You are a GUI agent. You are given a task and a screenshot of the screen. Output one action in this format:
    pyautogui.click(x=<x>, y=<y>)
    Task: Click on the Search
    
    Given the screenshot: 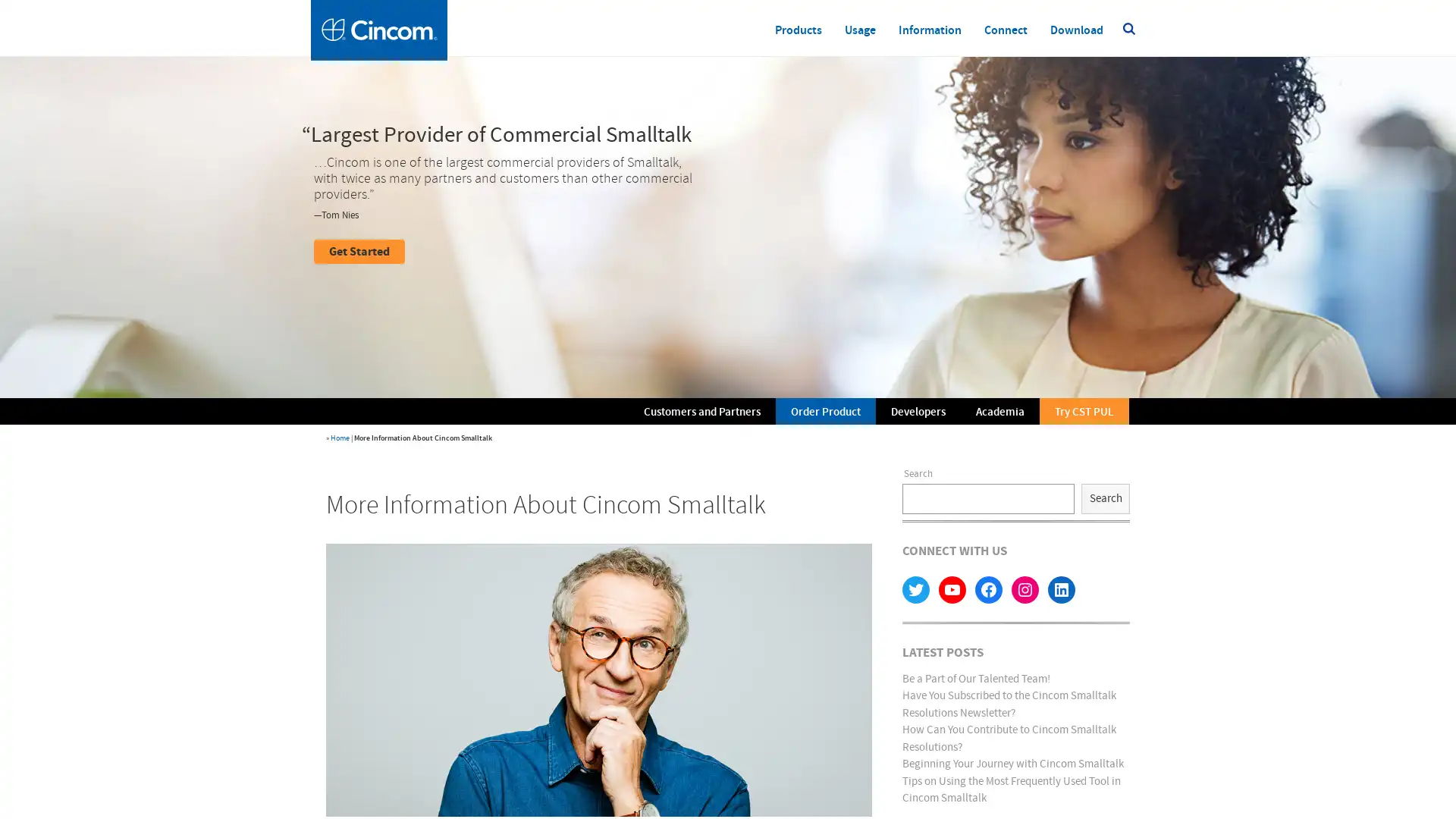 What is the action you would take?
    pyautogui.click(x=1106, y=498)
    